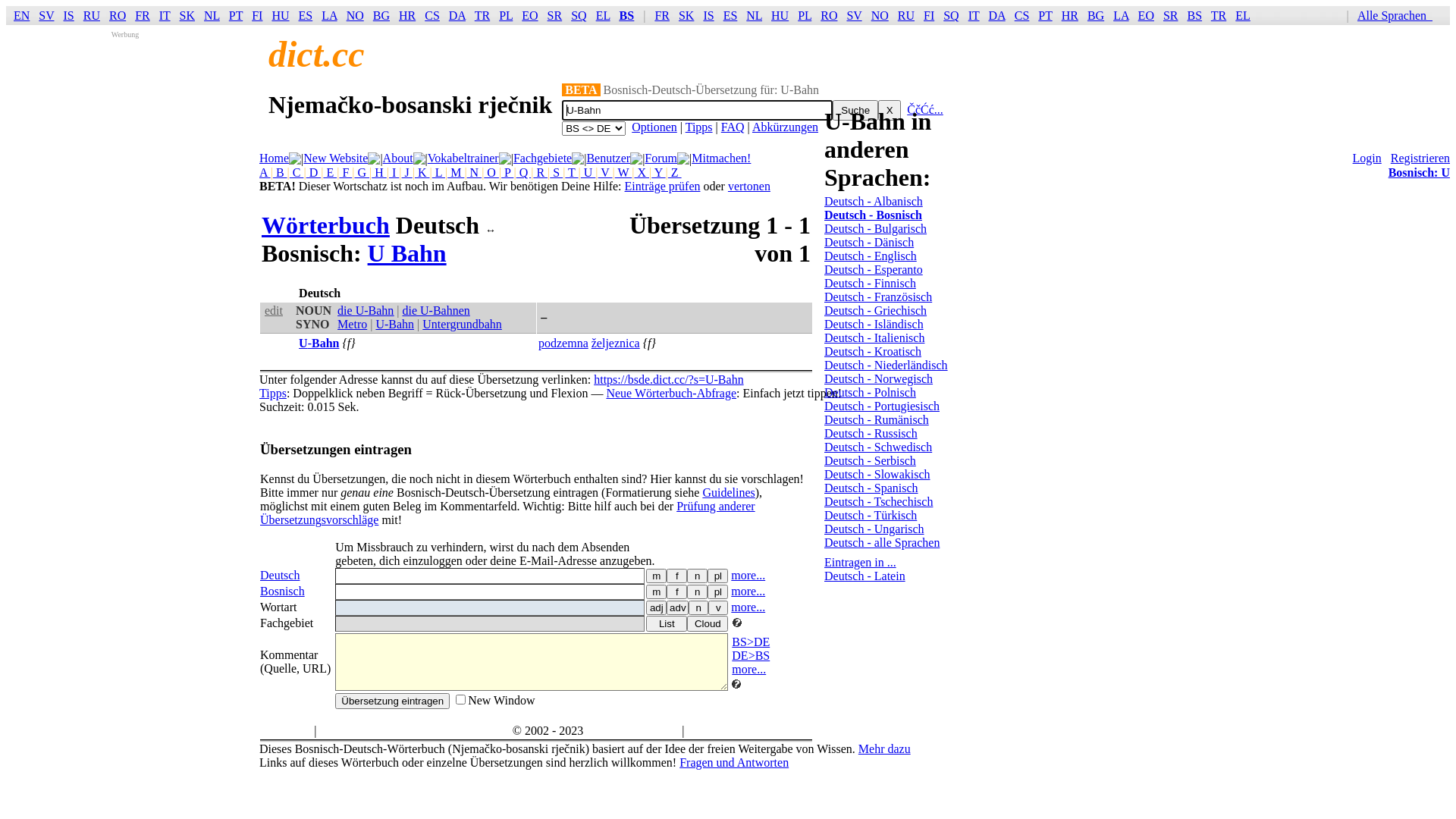  Describe the element at coordinates (397, 158) in the screenshot. I see `'About'` at that location.